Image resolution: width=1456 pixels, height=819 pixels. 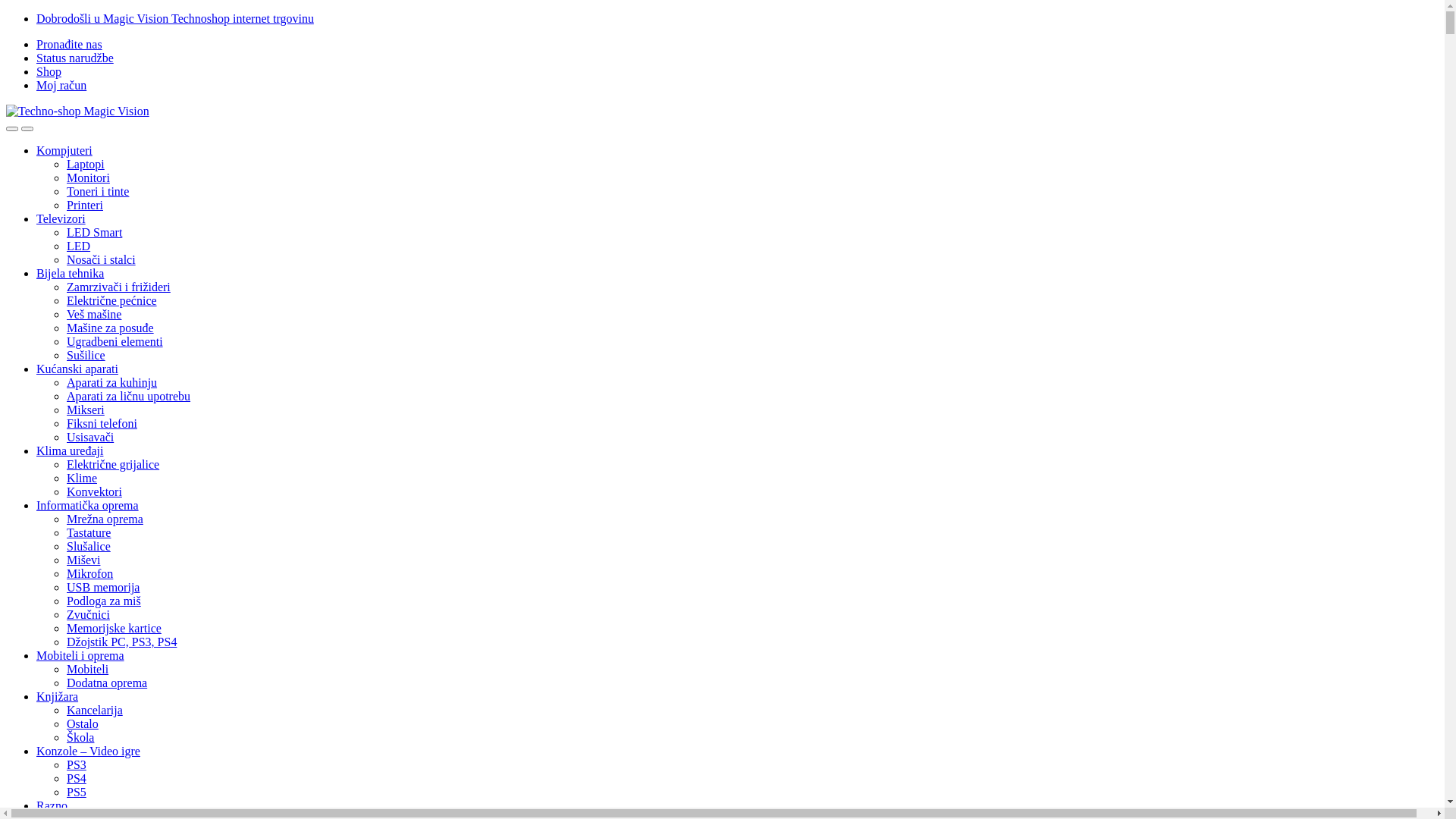 I want to click on 'Klime', so click(x=80, y=478).